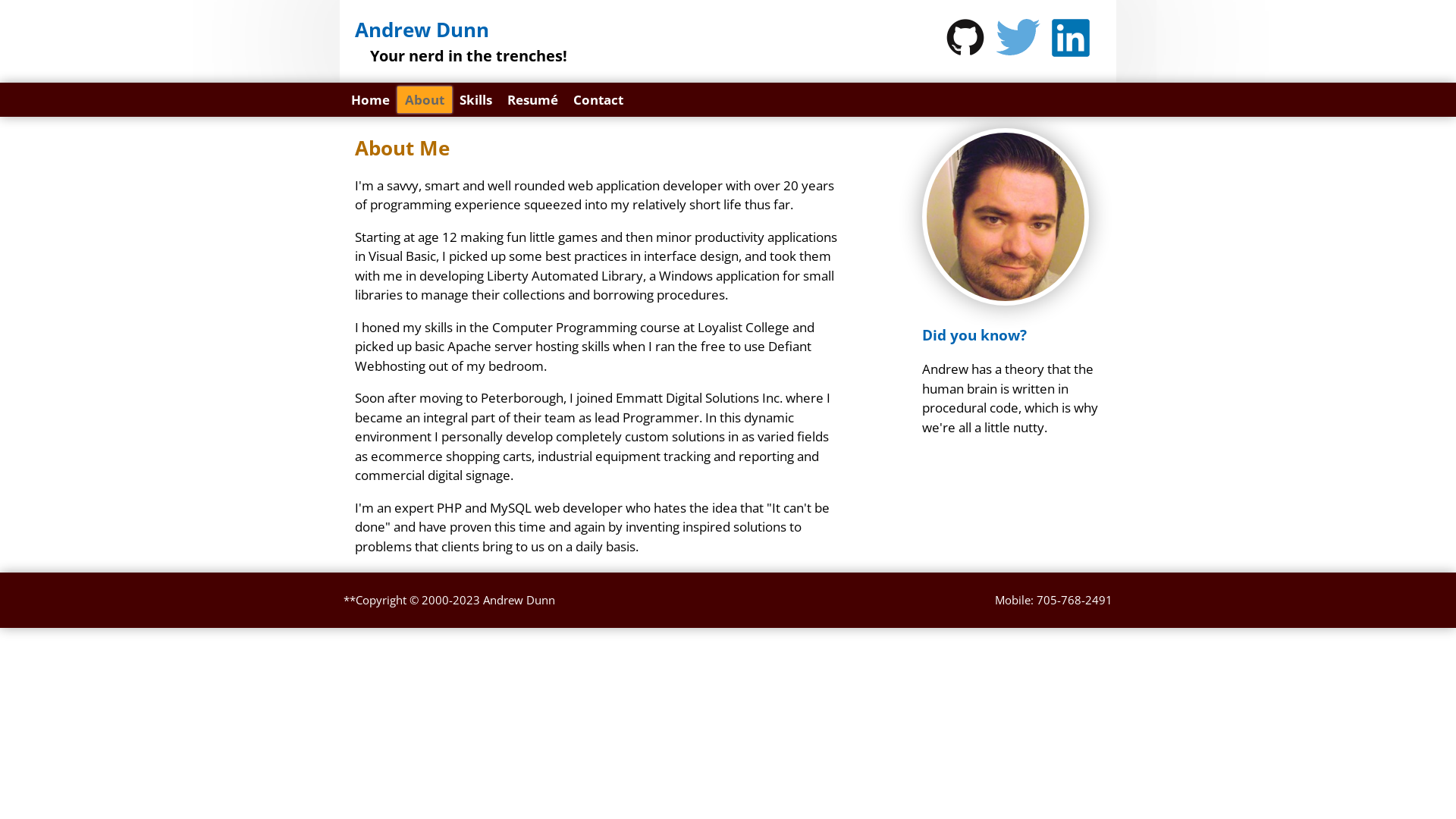 The image size is (1456, 819). What do you see at coordinates (450, 99) in the screenshot?
I see `'Skills'` at bounding box center [450, 99].